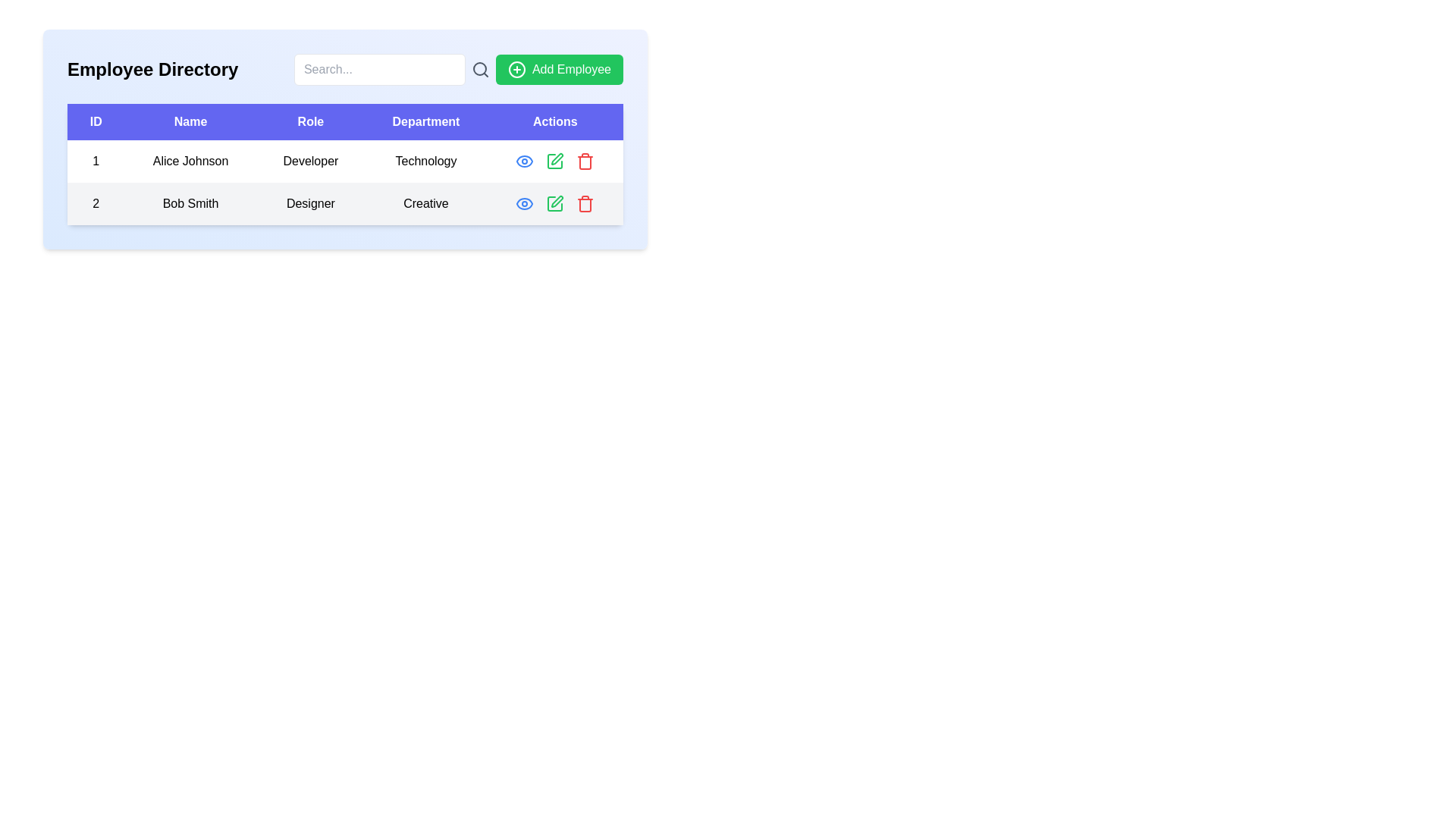 The width and height of the screenshot is (1456, 819). Describe the element at coordinates (425, 161) in the screenshot. I see `the 'Department' label for 'Alice Johnson, Developer'` at that location.